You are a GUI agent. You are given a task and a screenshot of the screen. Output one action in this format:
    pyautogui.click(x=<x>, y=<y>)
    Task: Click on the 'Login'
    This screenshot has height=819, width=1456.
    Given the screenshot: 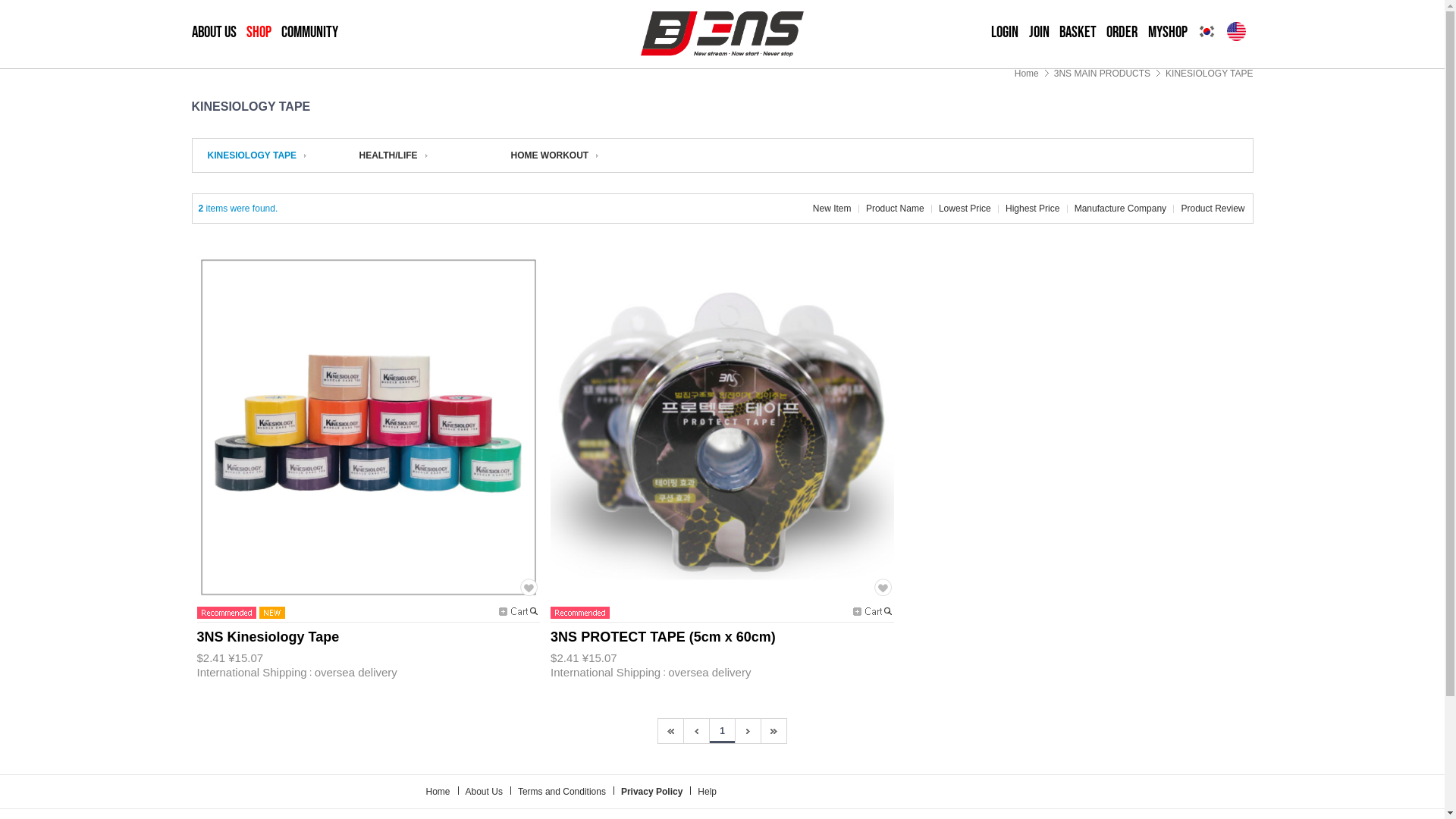 What is the action you would take?
    pyautogui.click(x=1004, y=32)
    